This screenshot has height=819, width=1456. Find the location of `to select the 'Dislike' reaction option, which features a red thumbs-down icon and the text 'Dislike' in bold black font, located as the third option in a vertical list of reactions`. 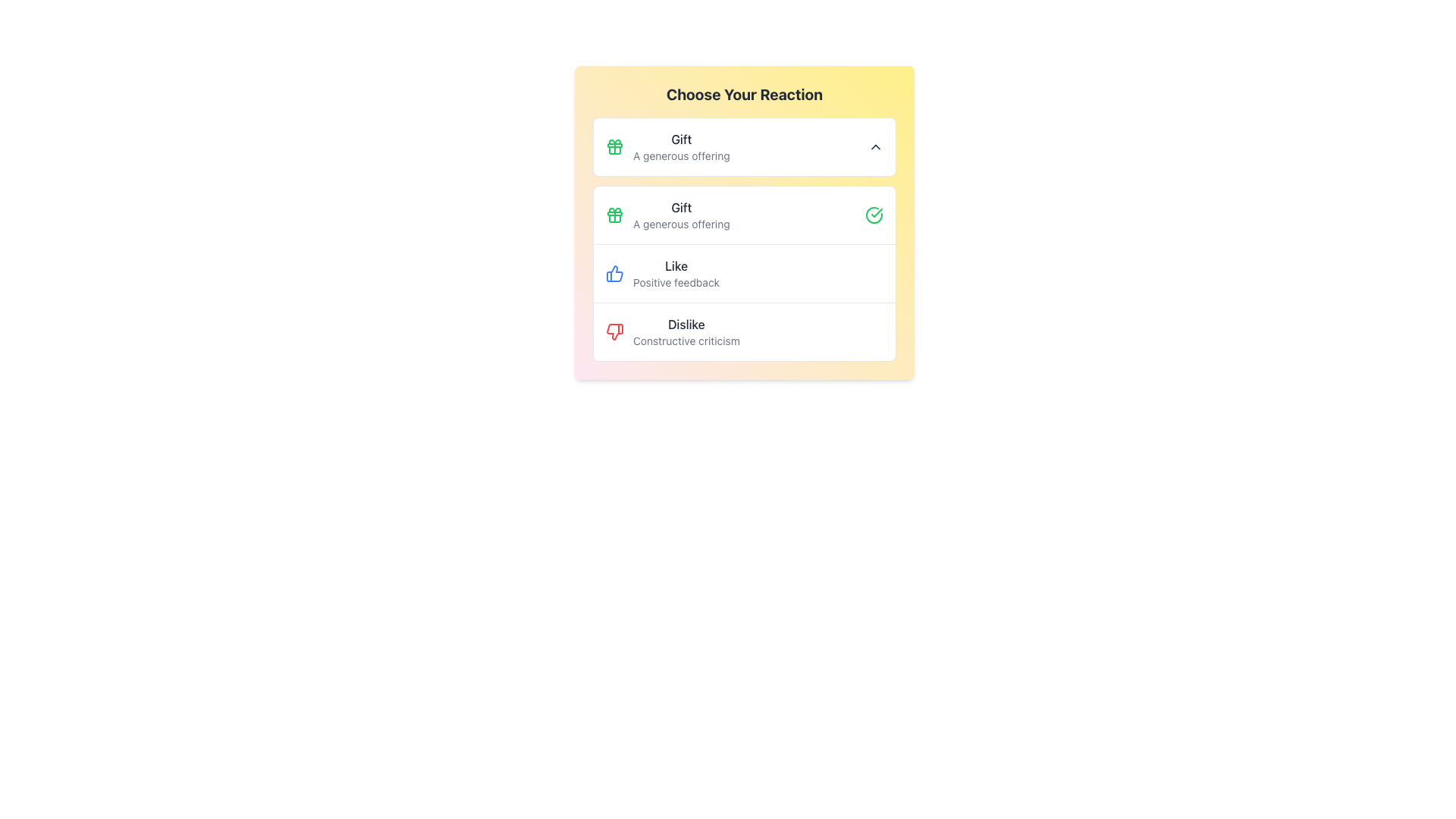

to select the 'Dislike' reaction option, which features a red thumbs-down icon and the text 'Dislike' in bold black font, located as the third option in a vertical list of reactions is located at coordinates (745, 331).